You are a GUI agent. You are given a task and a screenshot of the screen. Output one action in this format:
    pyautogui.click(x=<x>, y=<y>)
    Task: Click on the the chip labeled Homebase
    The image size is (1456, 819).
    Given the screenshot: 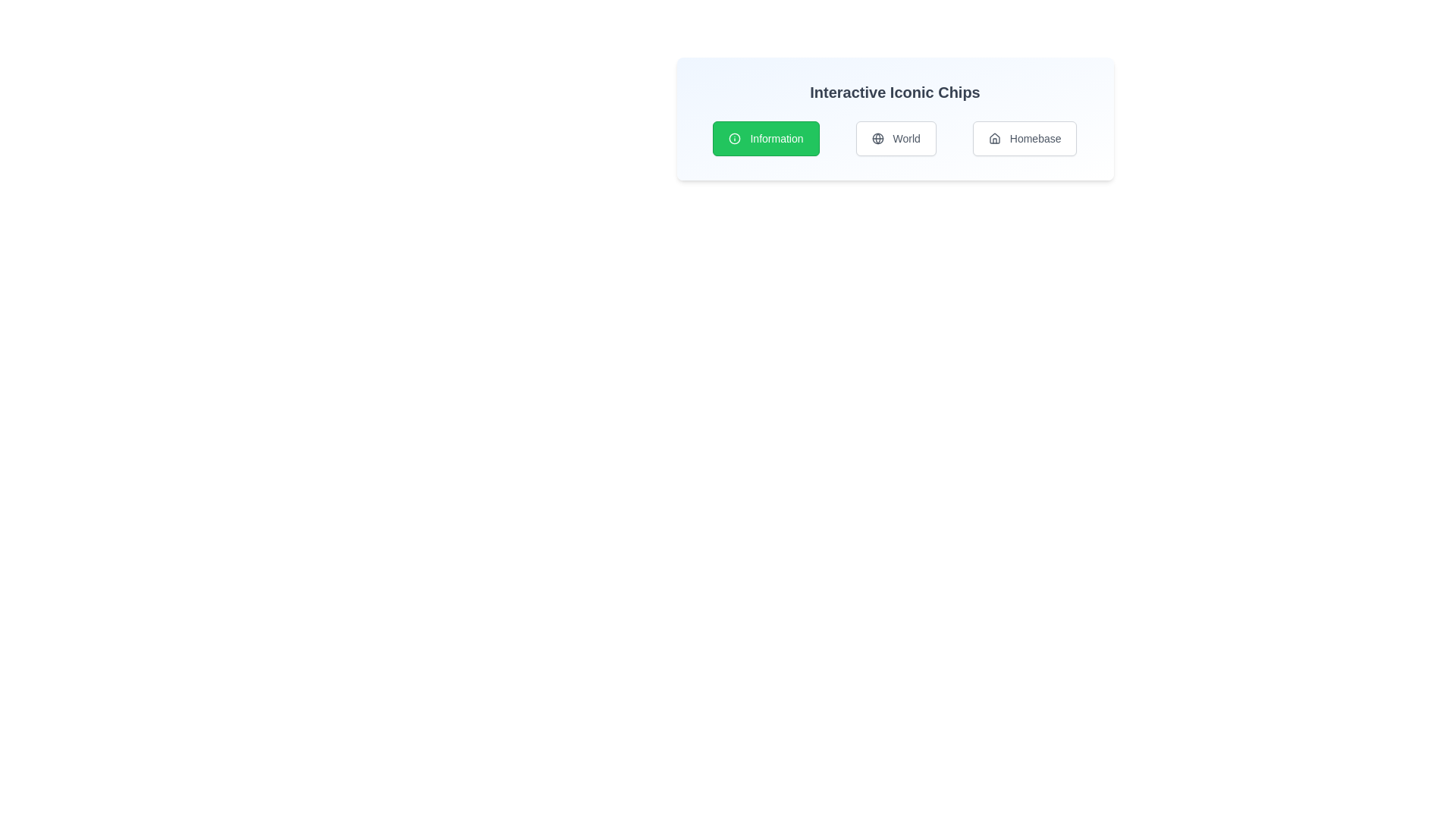 What is the action you would take?
    pyautogui.click(x=1025, y=138)
    